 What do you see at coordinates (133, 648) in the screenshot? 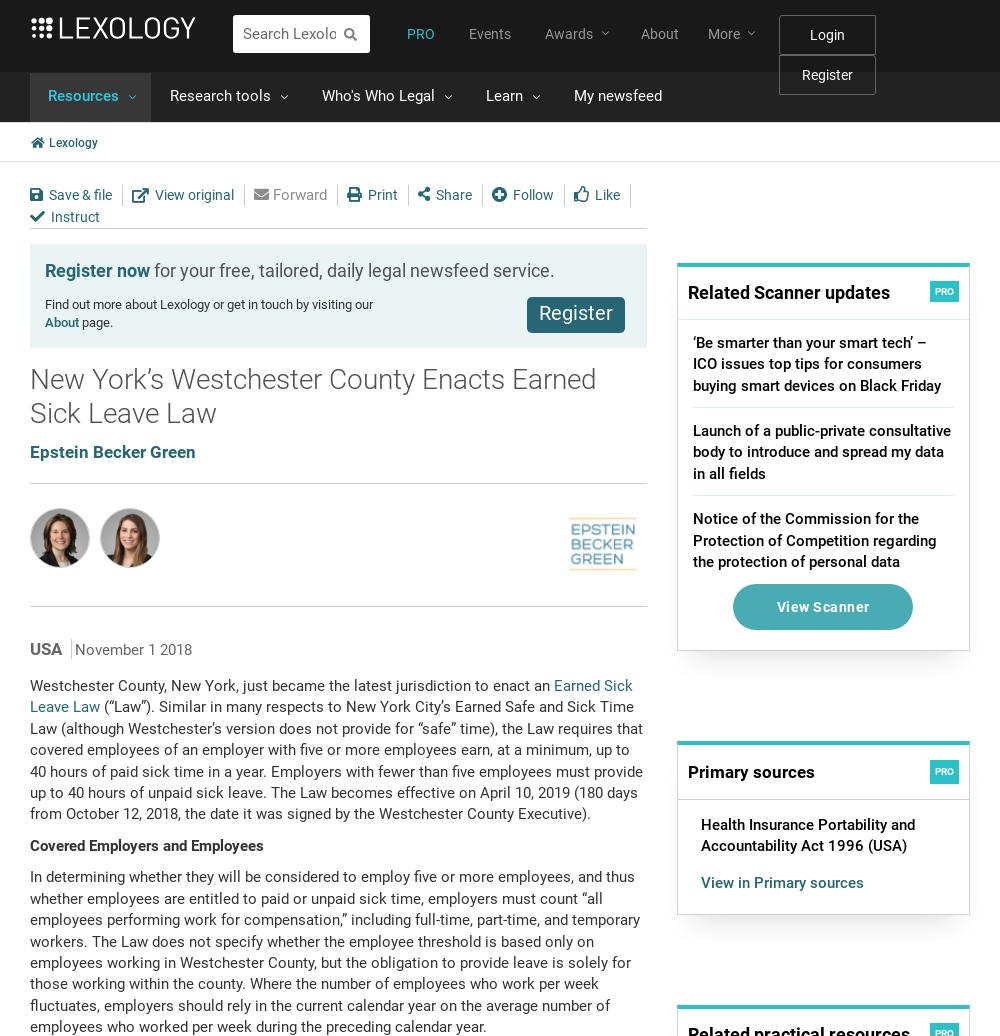
I see `'November 1 2018'` at bounding box center [133, 648].